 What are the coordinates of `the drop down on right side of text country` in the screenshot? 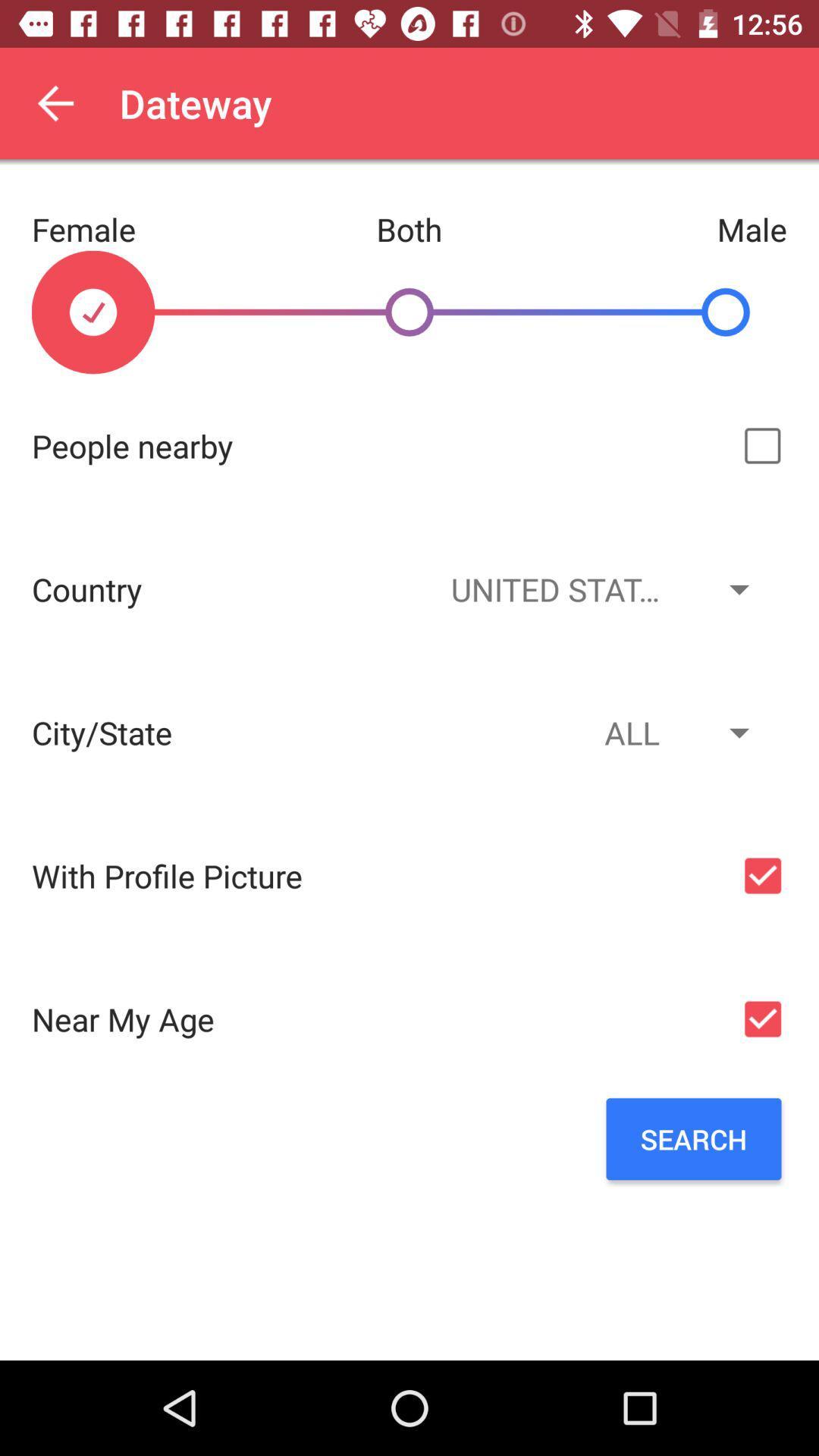 It's located at (598, 588).